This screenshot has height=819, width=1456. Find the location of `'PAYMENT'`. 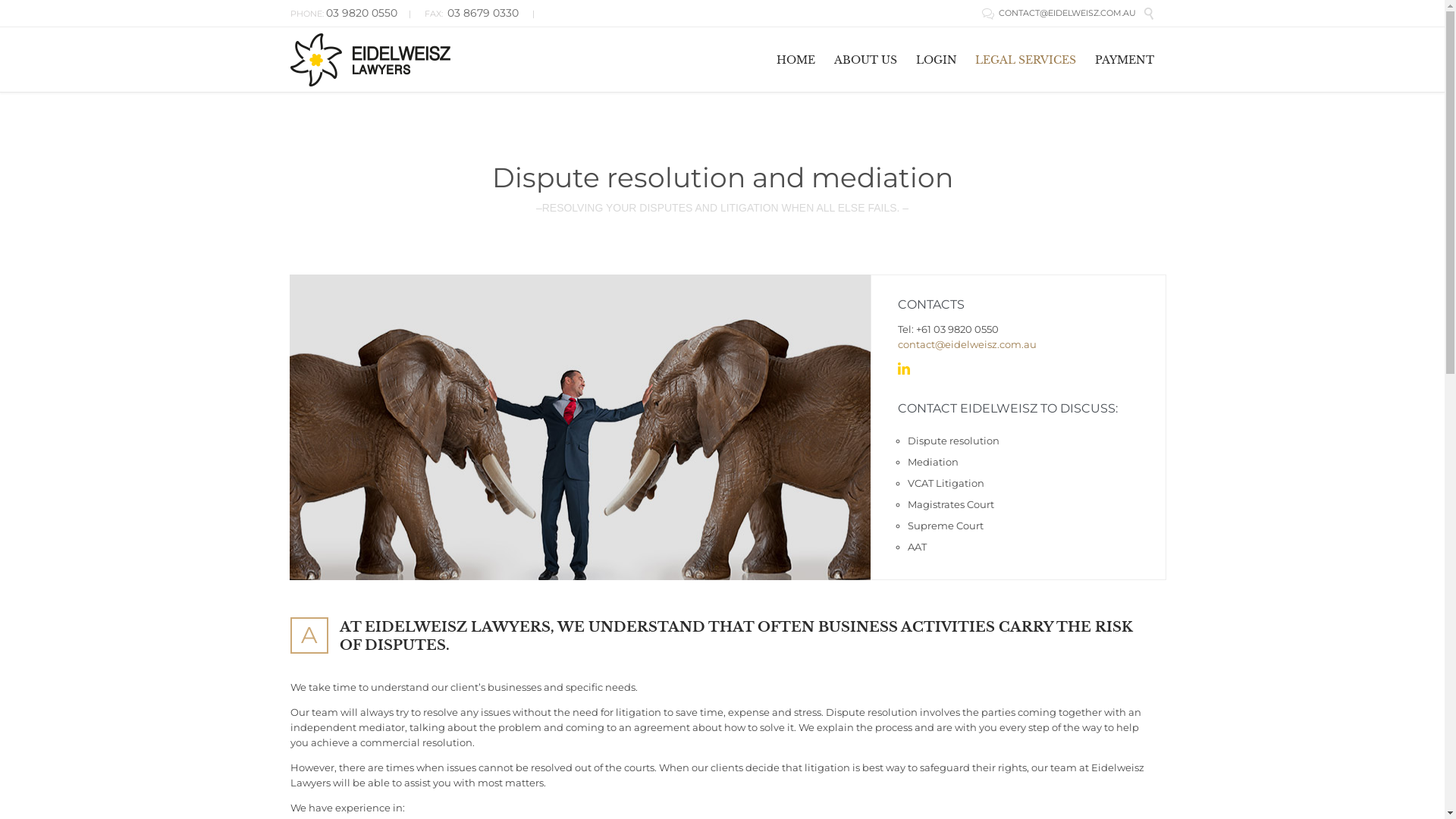

'PAYMENT' is located at coordinates (1125, 58).